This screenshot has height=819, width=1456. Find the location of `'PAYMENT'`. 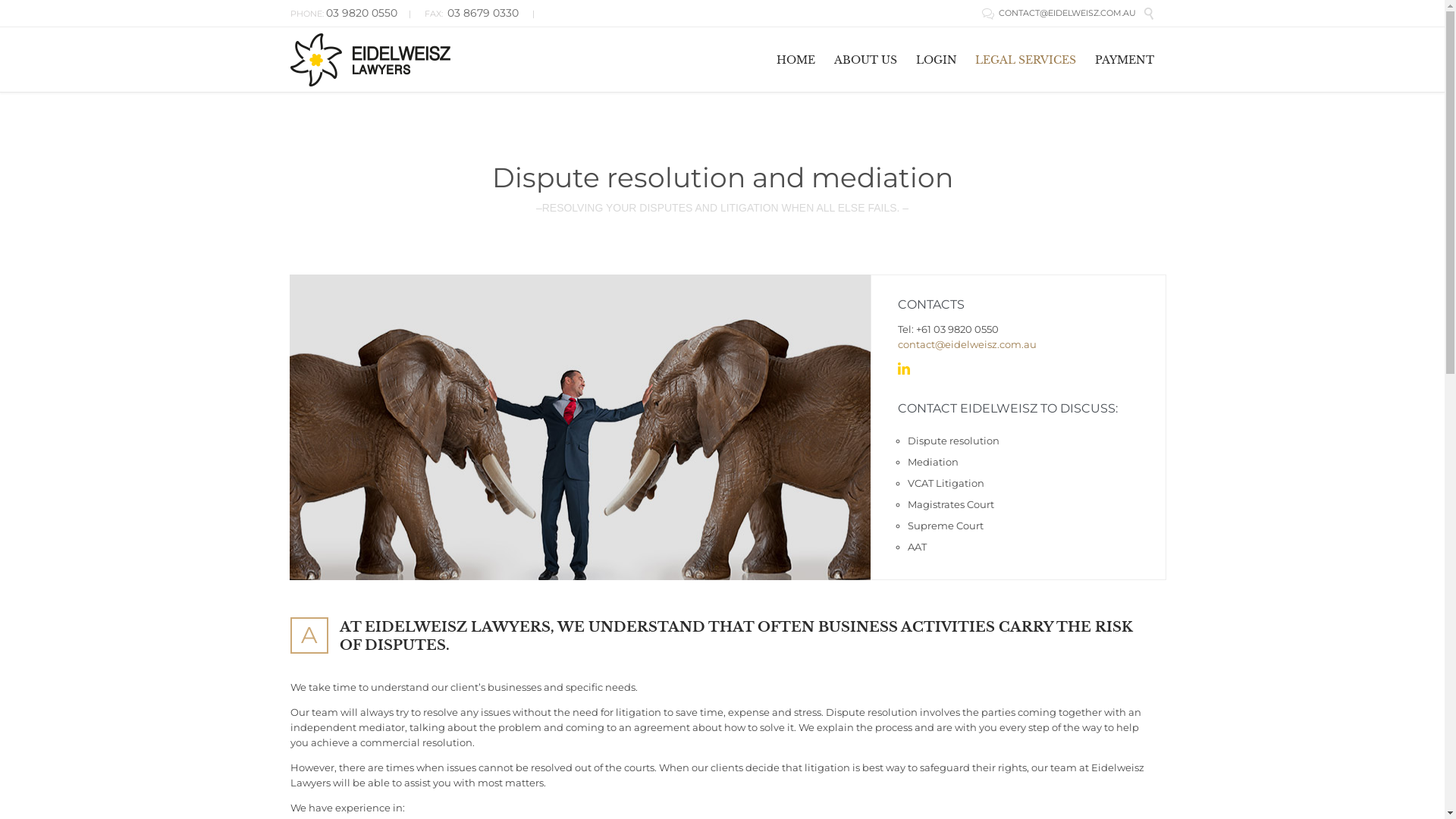

'PAYMENT' is located at coordinates (1125, 58).